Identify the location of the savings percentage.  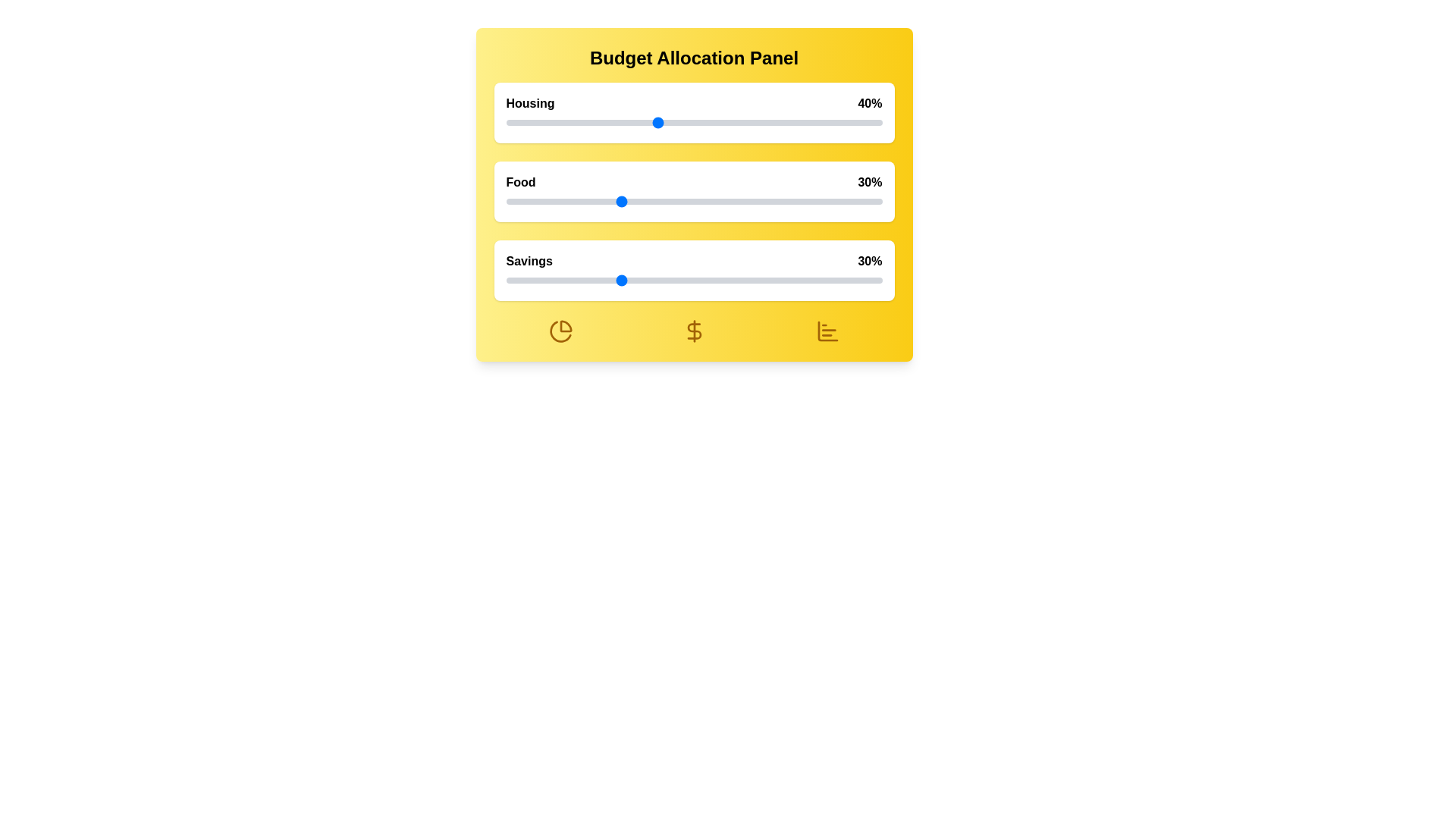
(525, 281).